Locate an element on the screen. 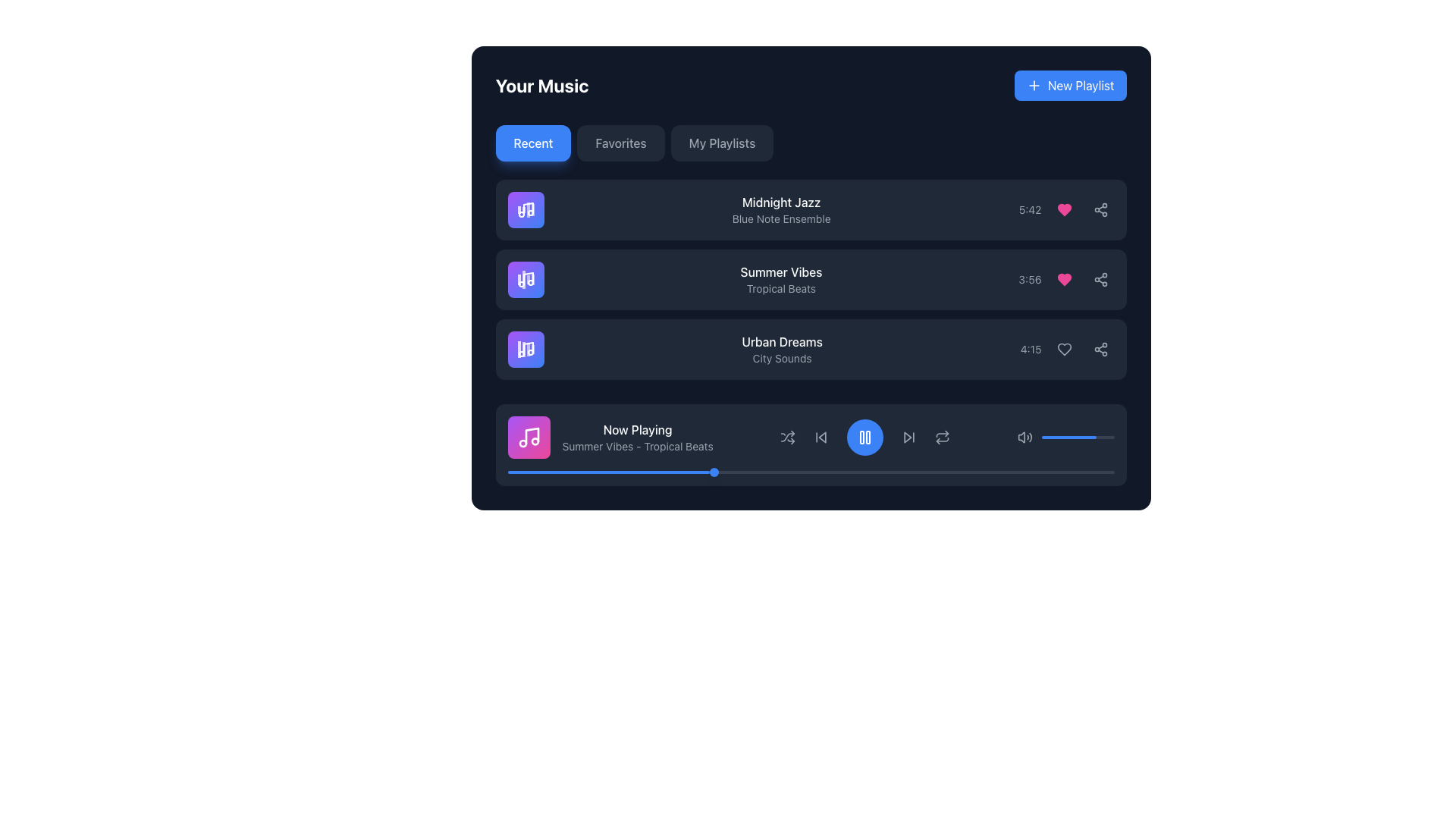 This screenshot has height=819, width=1456. Text Label displaying additional information about the music item, located under the 'Midnight Jazz' title in the 'Your Music' section is located at coordinates (781, 219).